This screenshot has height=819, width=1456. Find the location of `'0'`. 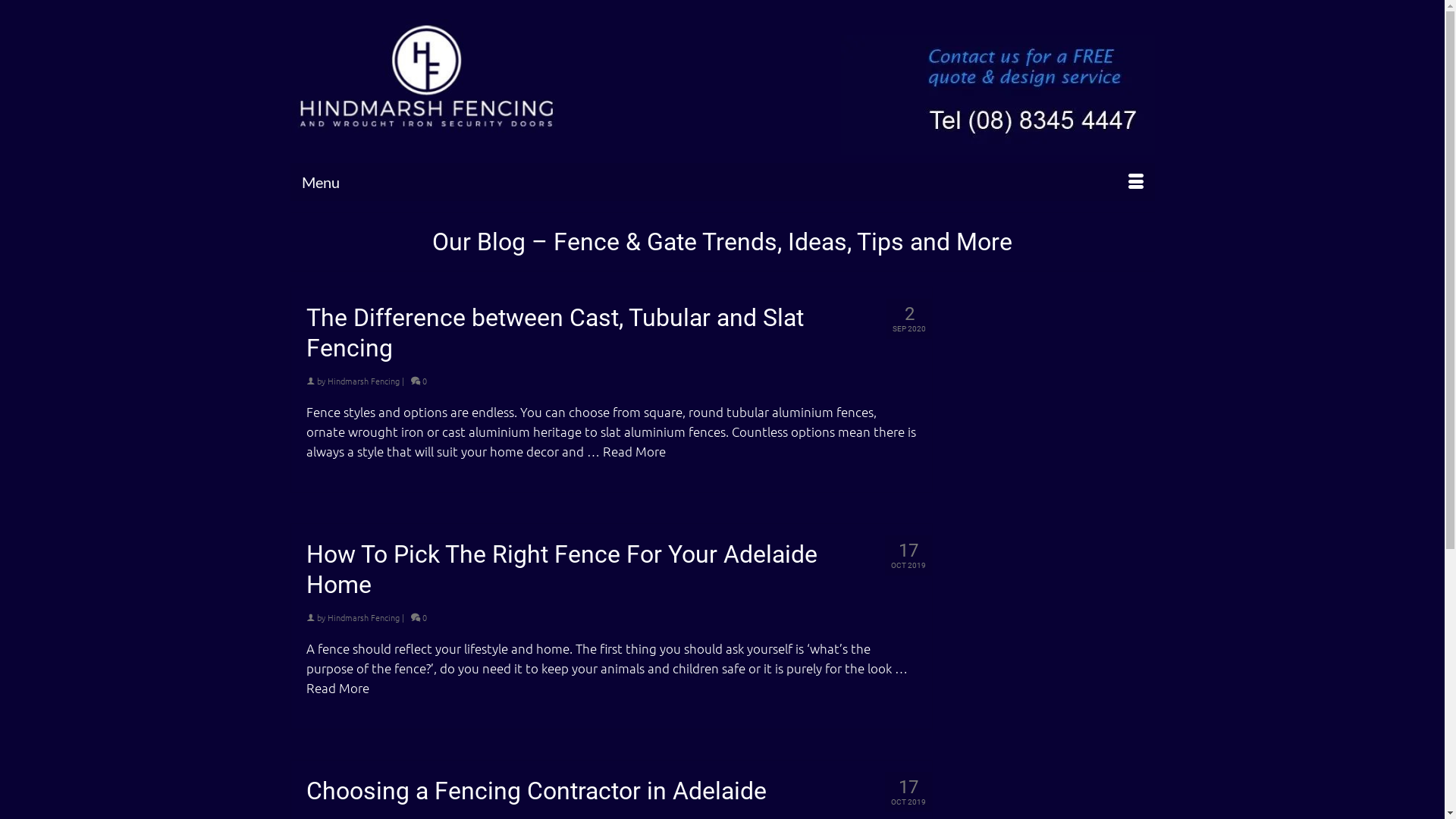

'0' is located at coordinates (411, 379).